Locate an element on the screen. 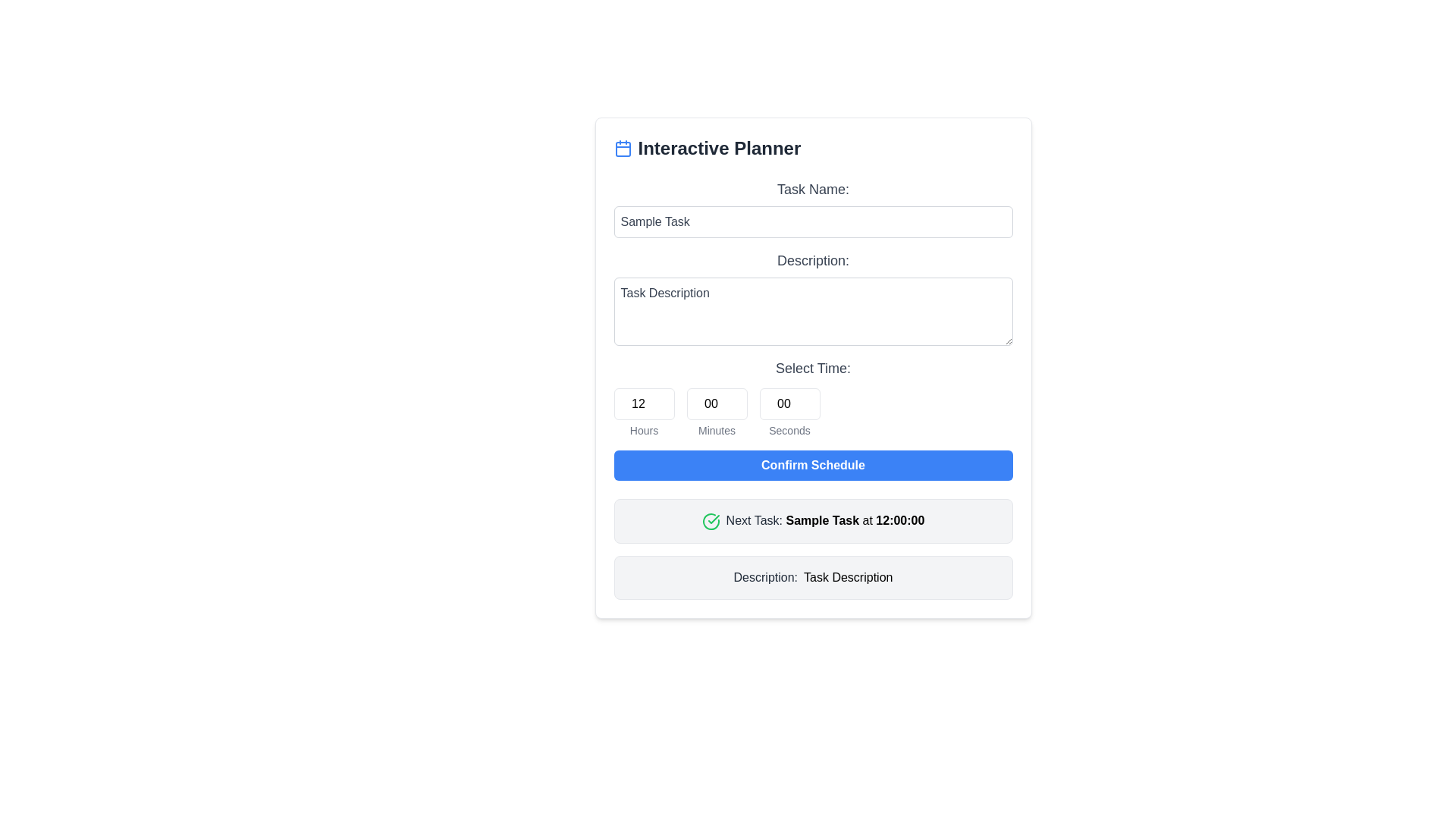 The image size is (1456, 819). the descriptive title text label for the input field labeled 'Task Description', which is located below the 'Task Name:' label in the interactive planner interface is located at coordinates (812, 259).